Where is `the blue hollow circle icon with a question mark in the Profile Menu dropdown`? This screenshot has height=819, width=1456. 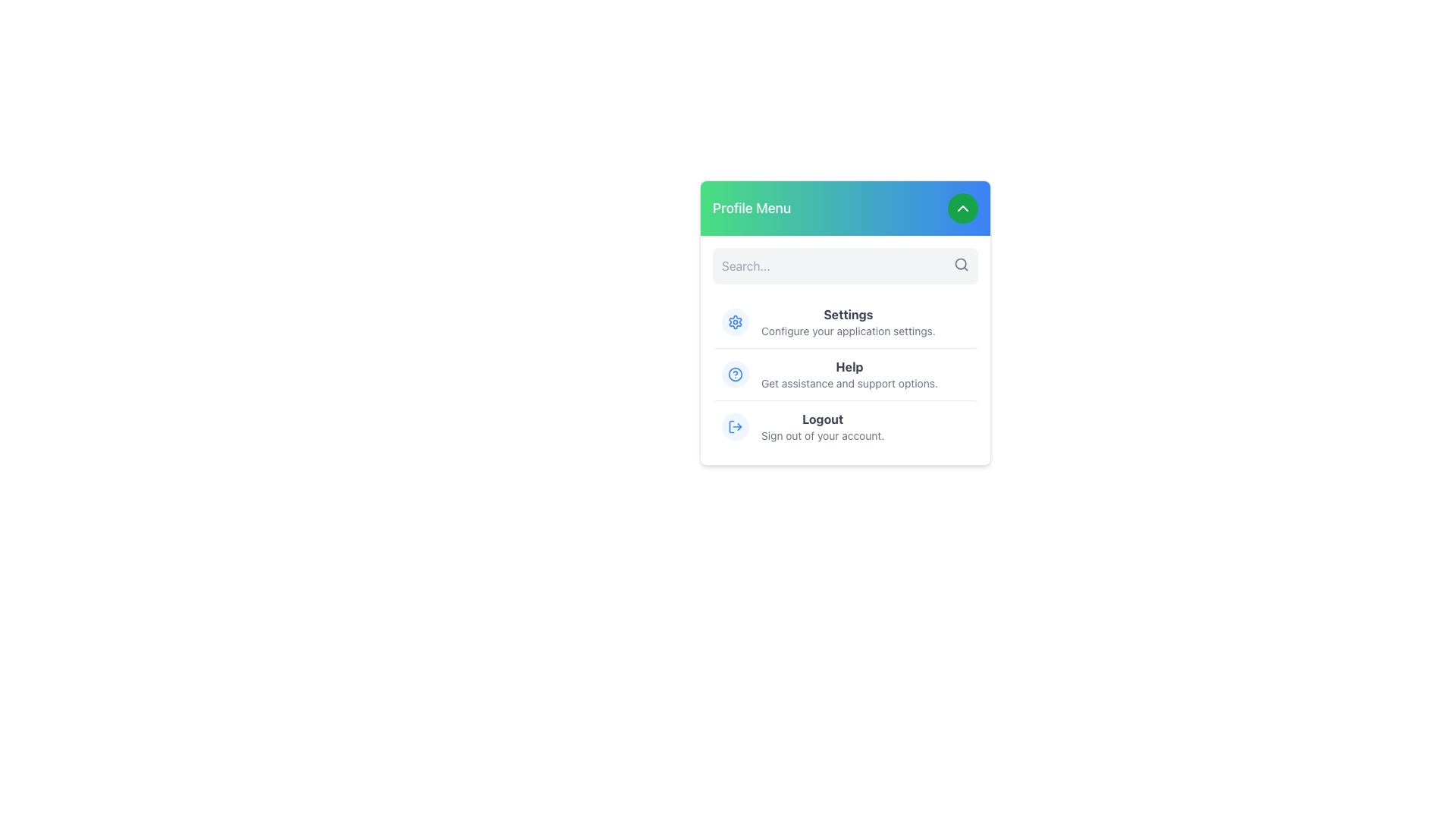 the blue hollow circle icon with a question mark in the Profile Menu dropdown is located at coordinates (735, 374).